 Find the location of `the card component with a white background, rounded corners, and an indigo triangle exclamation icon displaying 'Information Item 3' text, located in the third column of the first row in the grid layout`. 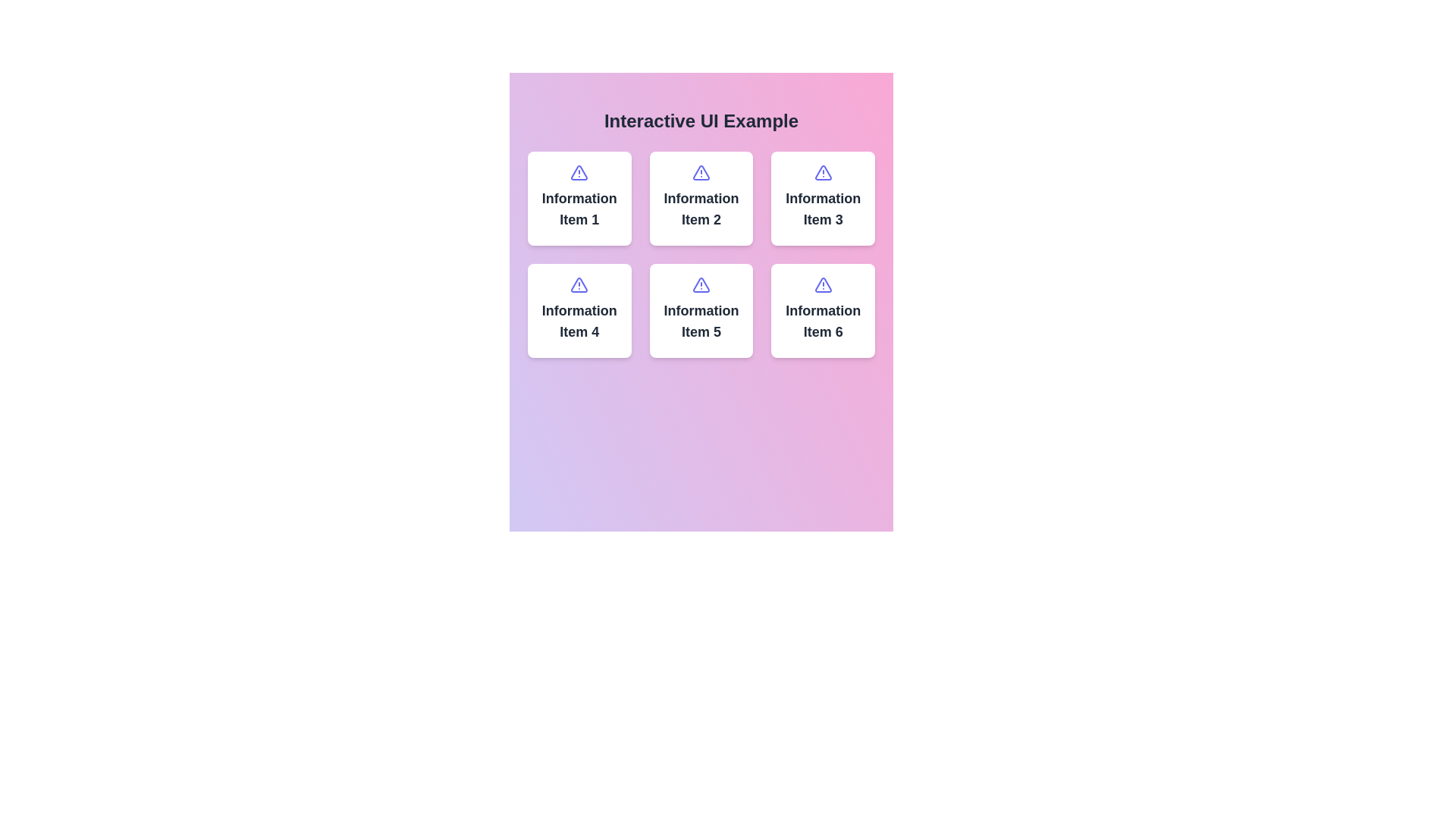

the card component with a white background, rounded corners, and an indigo triangle exclamation icon displaying 'Information Item 3' text, located in the third column of the first row in the grid layout is located at coordinates (822, 198).